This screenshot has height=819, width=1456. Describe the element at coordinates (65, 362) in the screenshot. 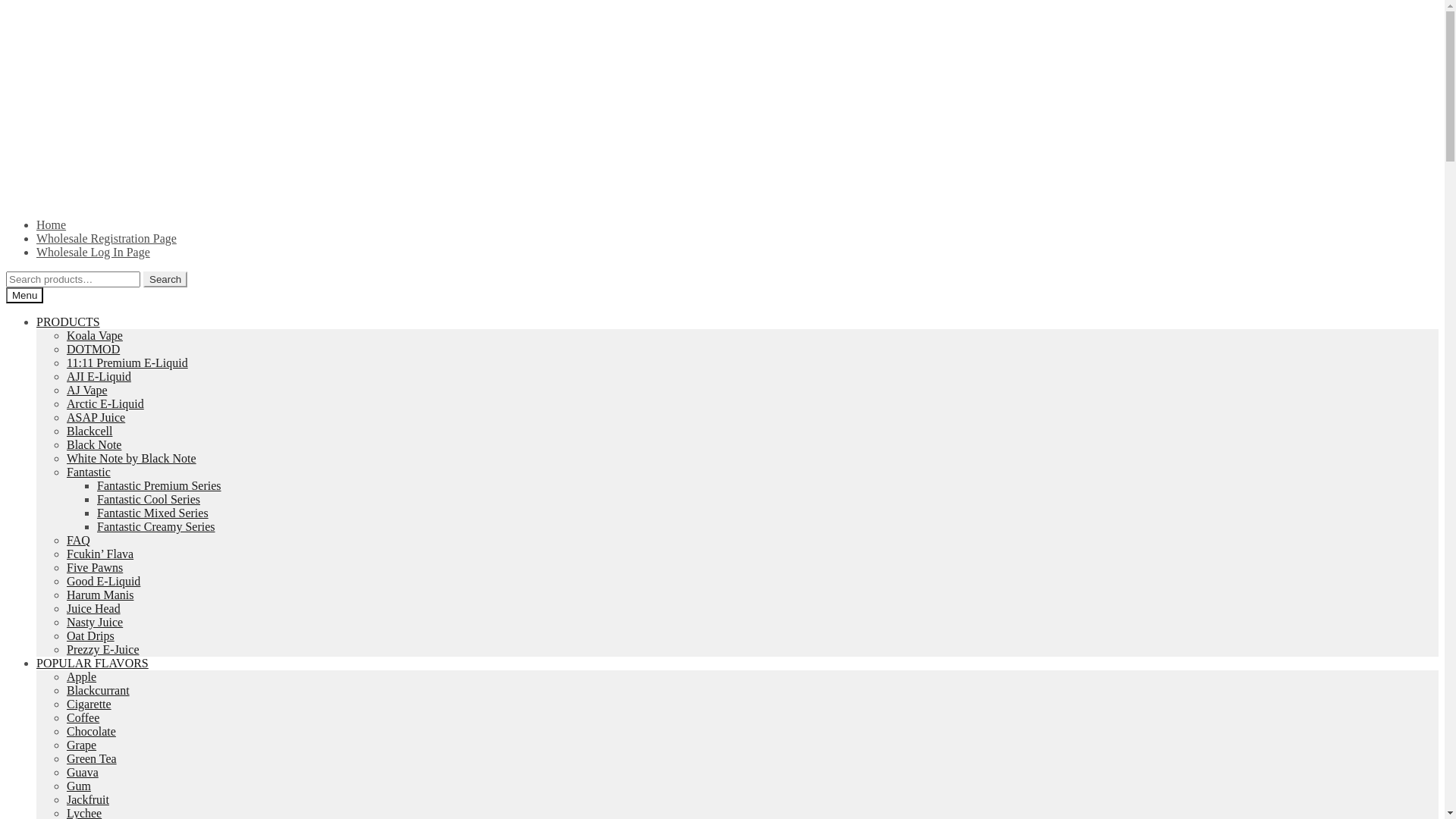

I see `'11:11 Premium E-Liquid'` at that location.